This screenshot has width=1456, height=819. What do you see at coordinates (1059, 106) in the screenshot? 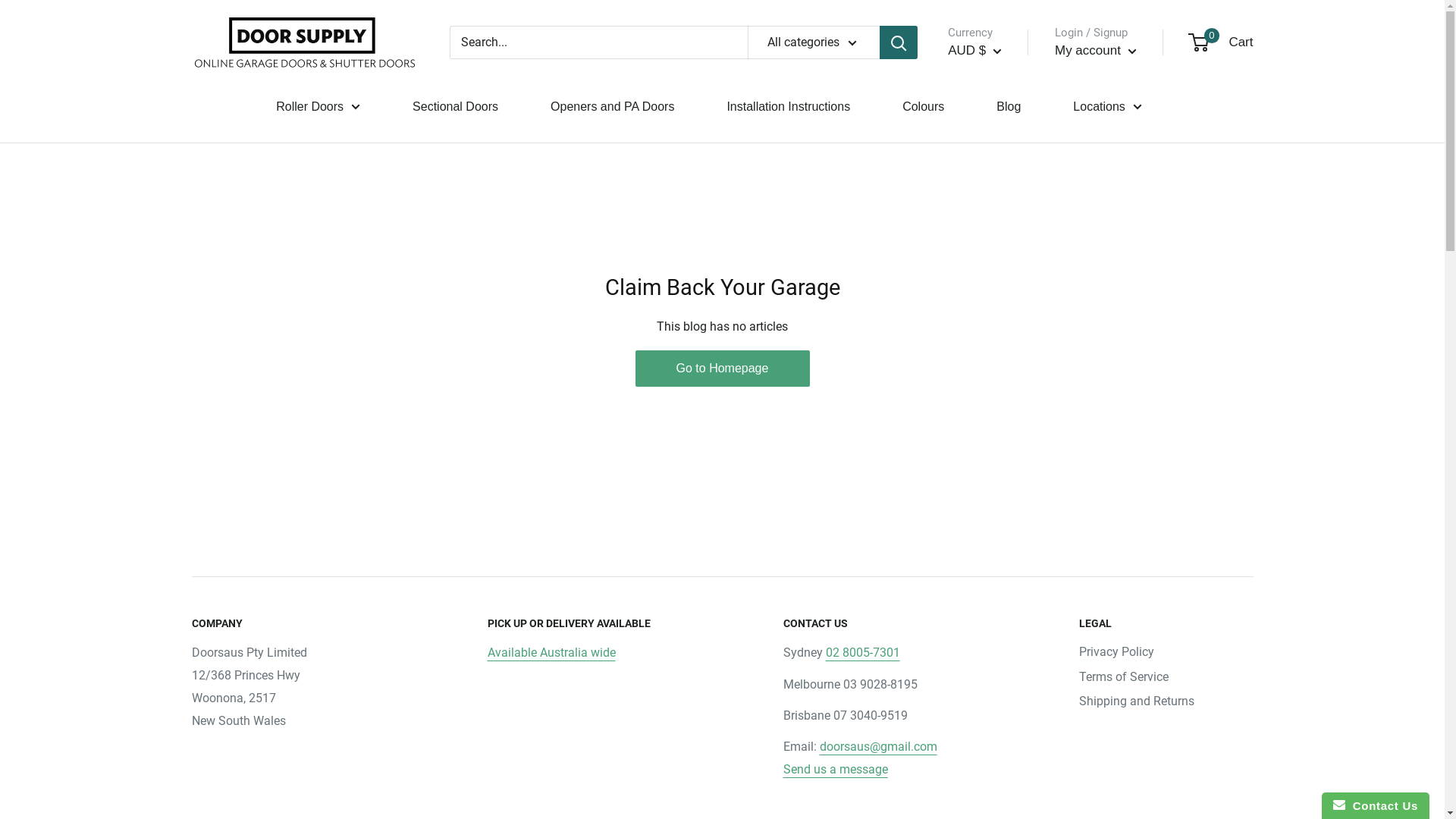
I see `'Locations'` at bounding box center [1059, 106].